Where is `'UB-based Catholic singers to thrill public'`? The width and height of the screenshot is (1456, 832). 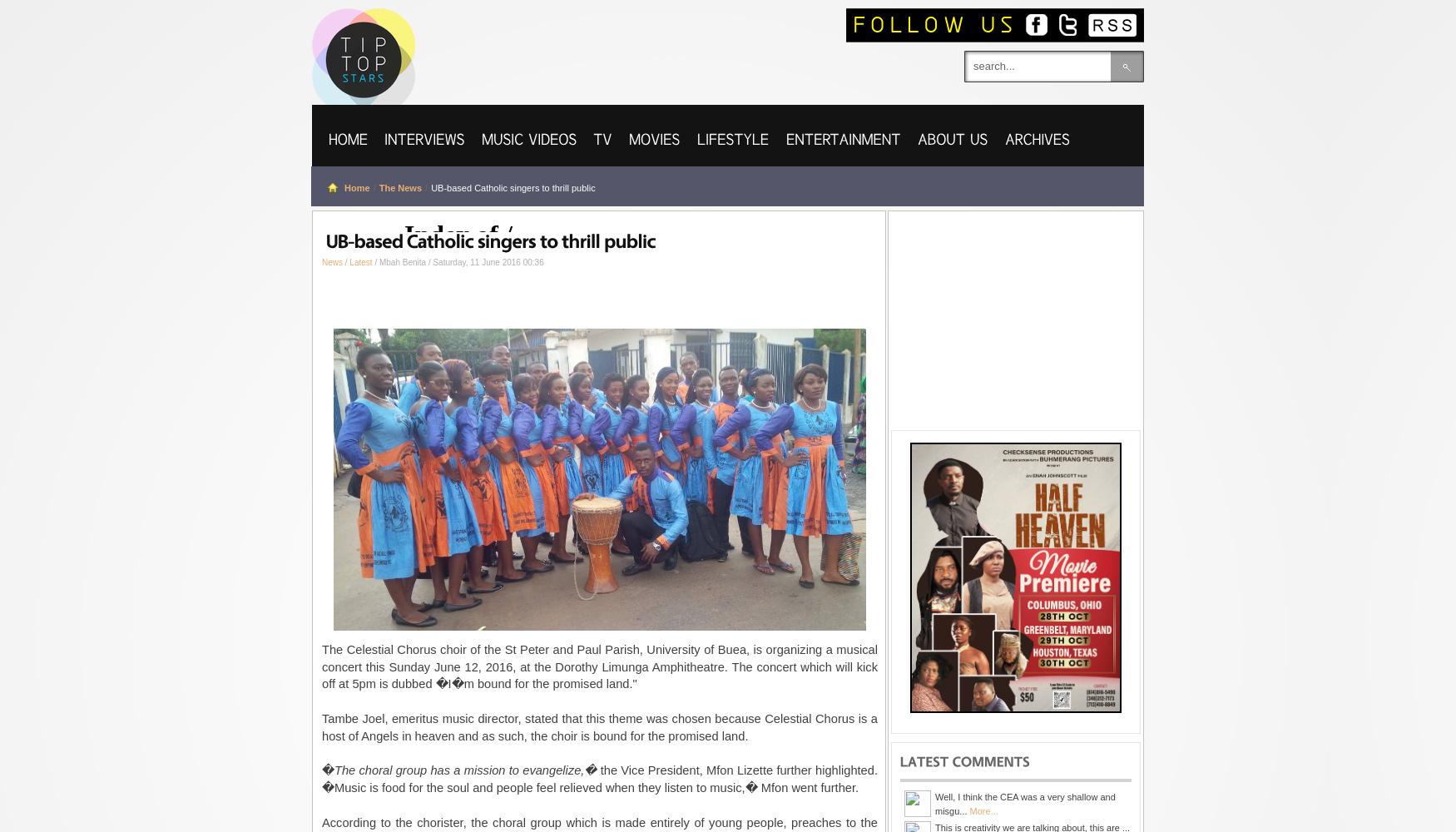 'UB-based Catholic singers to thrill public' is located at coordinates (511, 187).